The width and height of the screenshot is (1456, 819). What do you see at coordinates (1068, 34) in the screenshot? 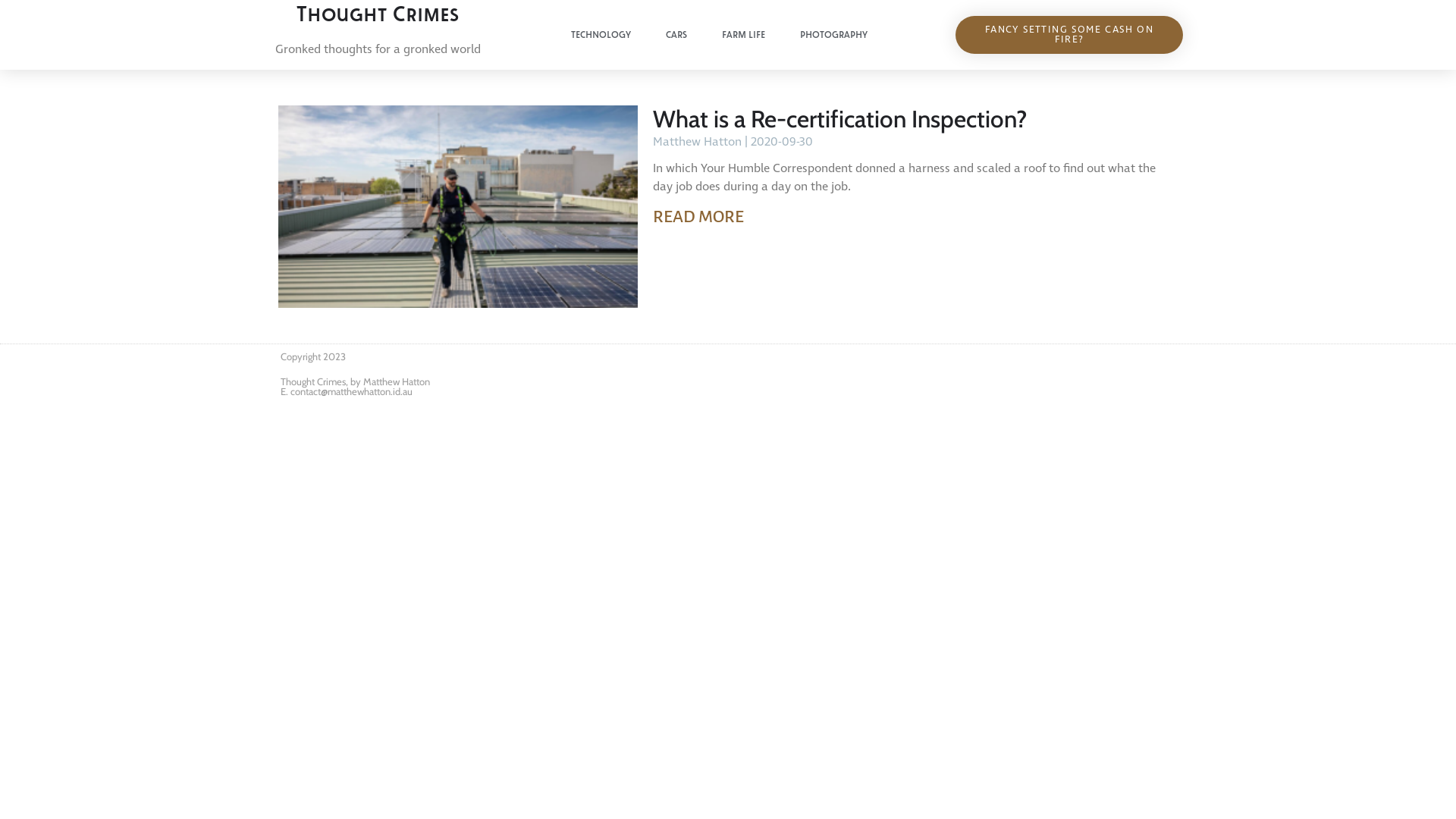
I see `'FANCY SETTING SOME CASH ON FIRE?'` at bounding box center [1068, 34].